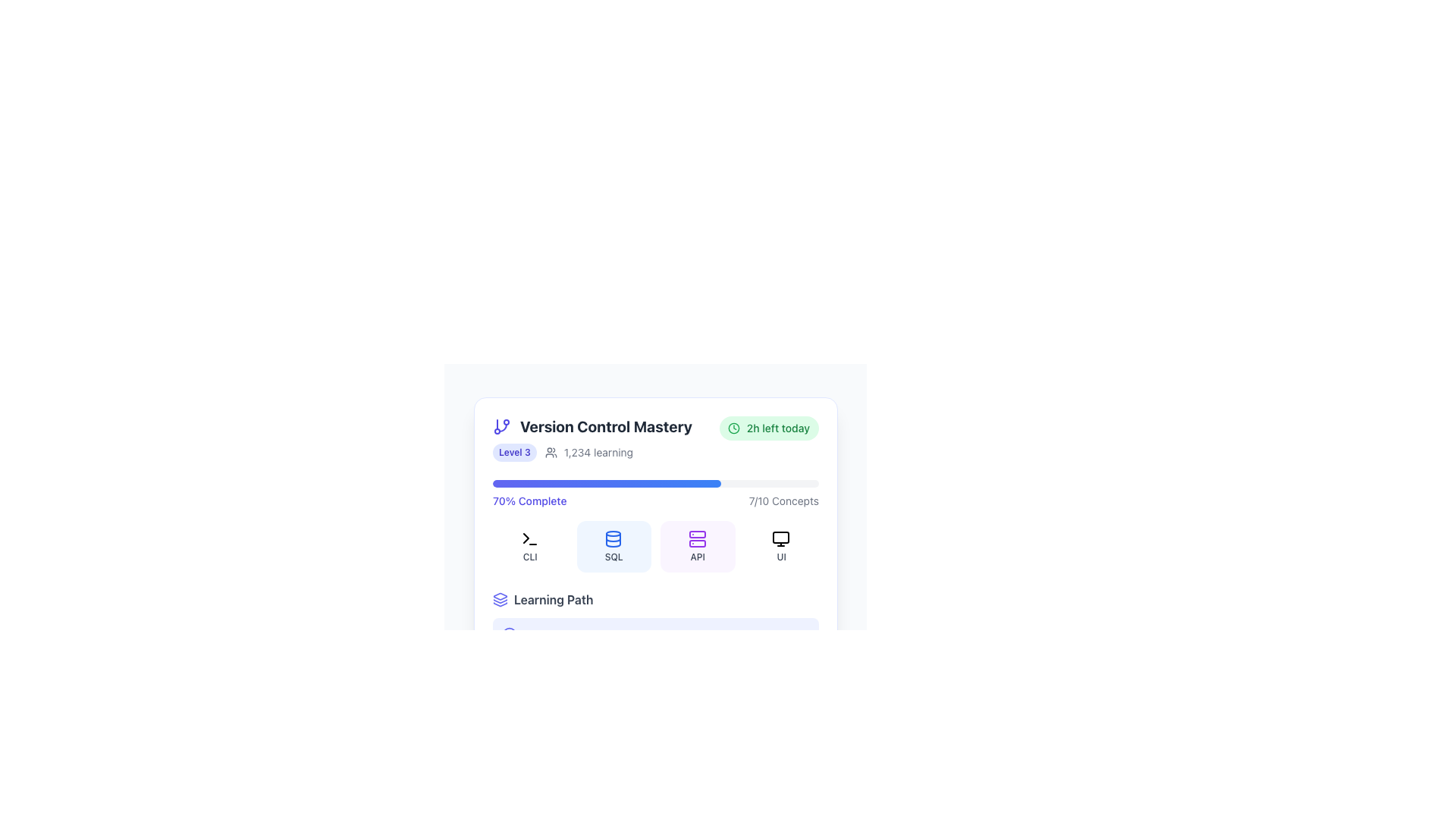 The image size is (1456, 819). Describe the element at coordinates (514, 452) in the screenshot. I see `the 'Level 3' tag with a light indigo background and darker indigo text, located in the 'Version Control Mastery' section` at that location.